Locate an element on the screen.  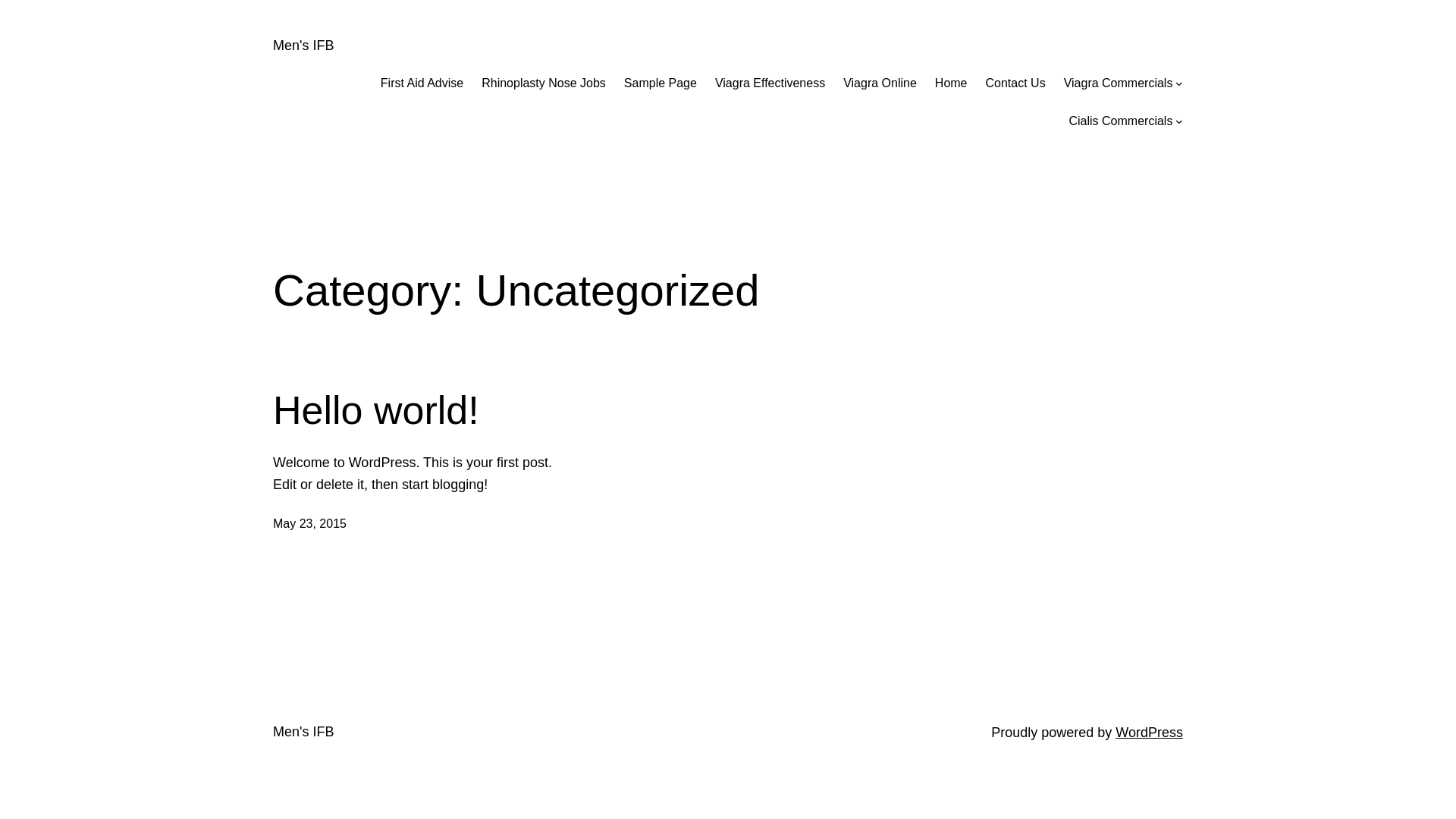
'Contact Us' is located at coordinates (1015, 83).